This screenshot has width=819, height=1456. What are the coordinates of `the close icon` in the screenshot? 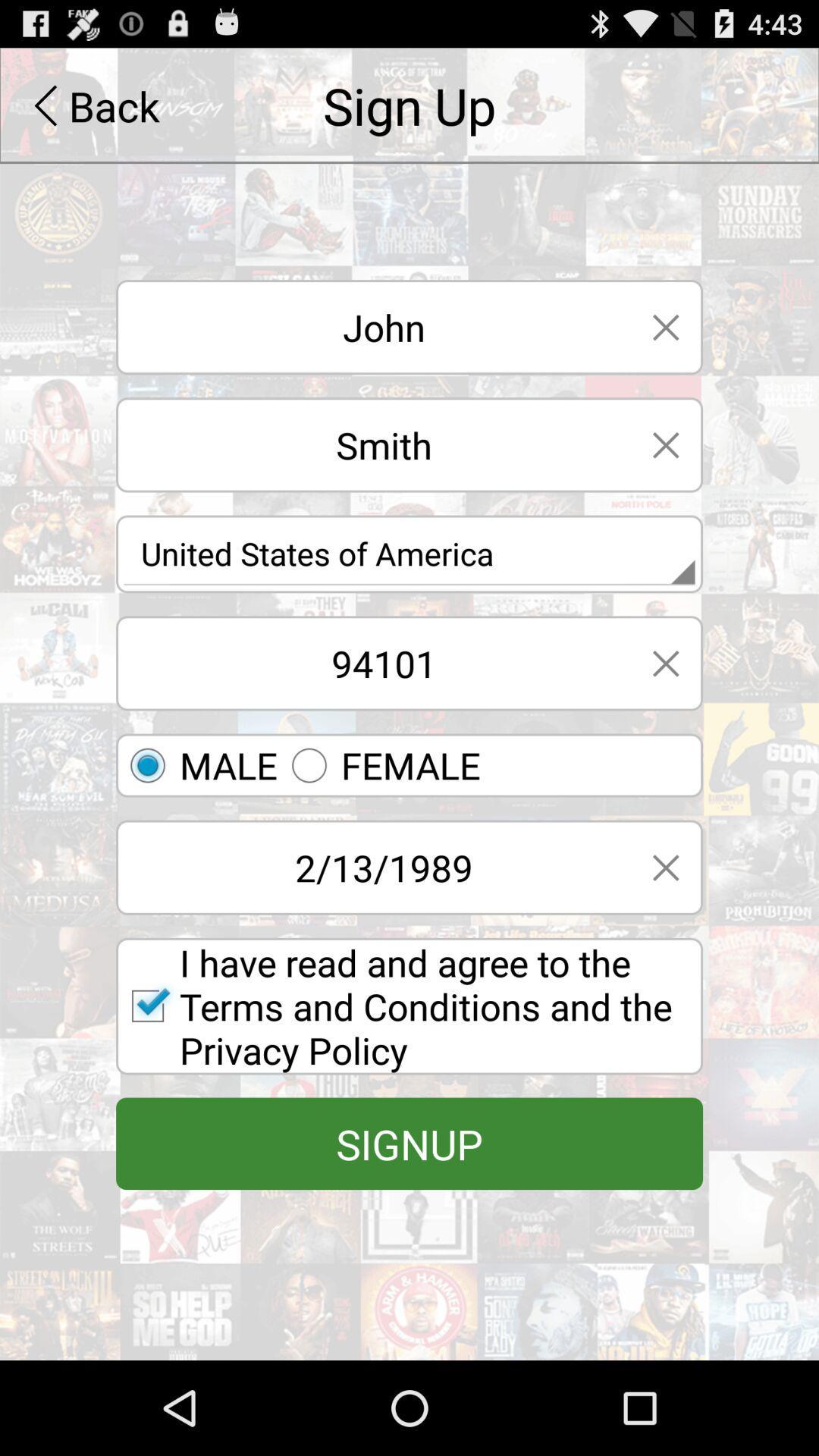 It's located at (665, 709).